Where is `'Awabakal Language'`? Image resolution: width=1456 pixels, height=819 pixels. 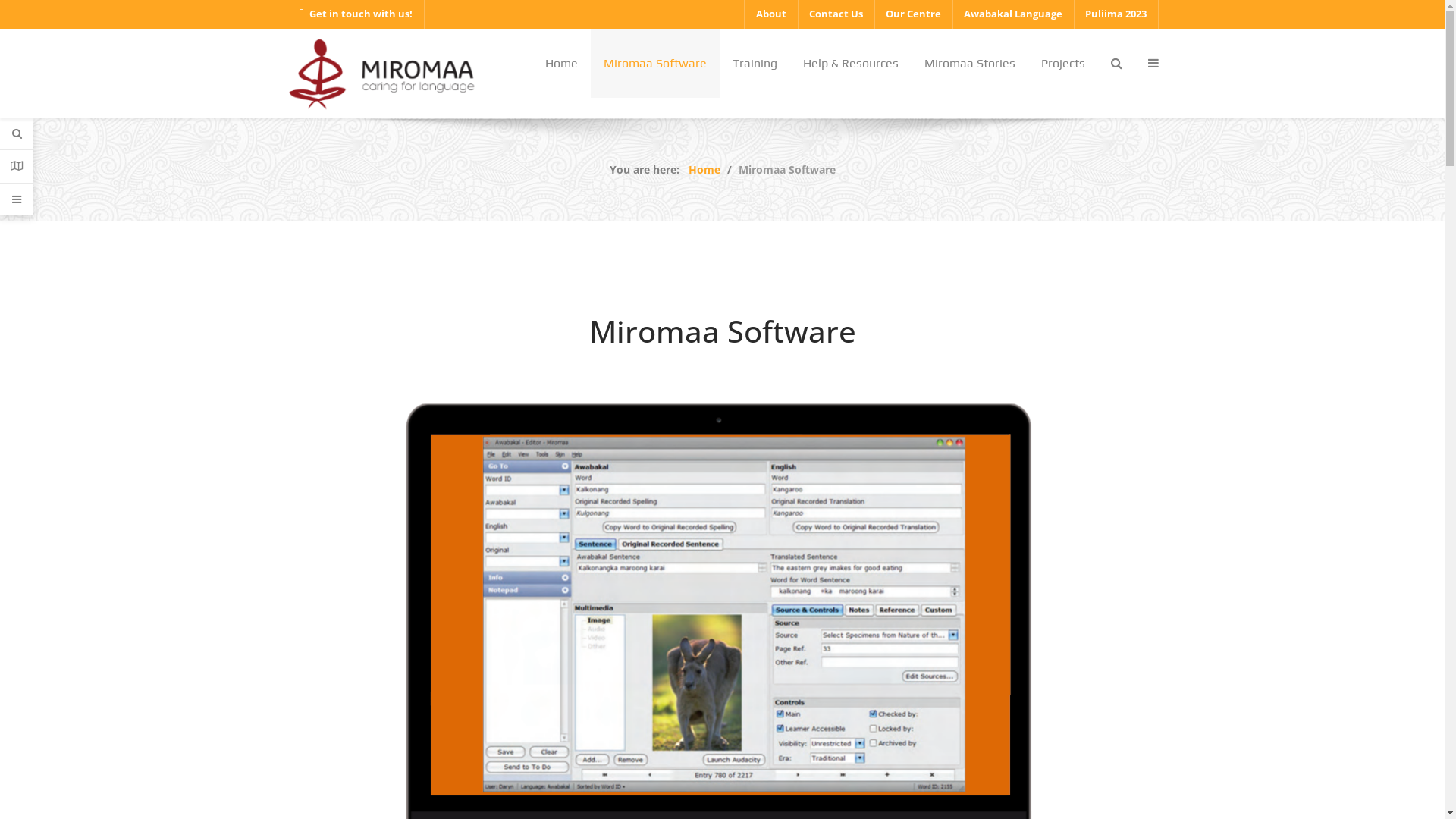
'Awabakal Language' is located at coordinates (1012, 14).